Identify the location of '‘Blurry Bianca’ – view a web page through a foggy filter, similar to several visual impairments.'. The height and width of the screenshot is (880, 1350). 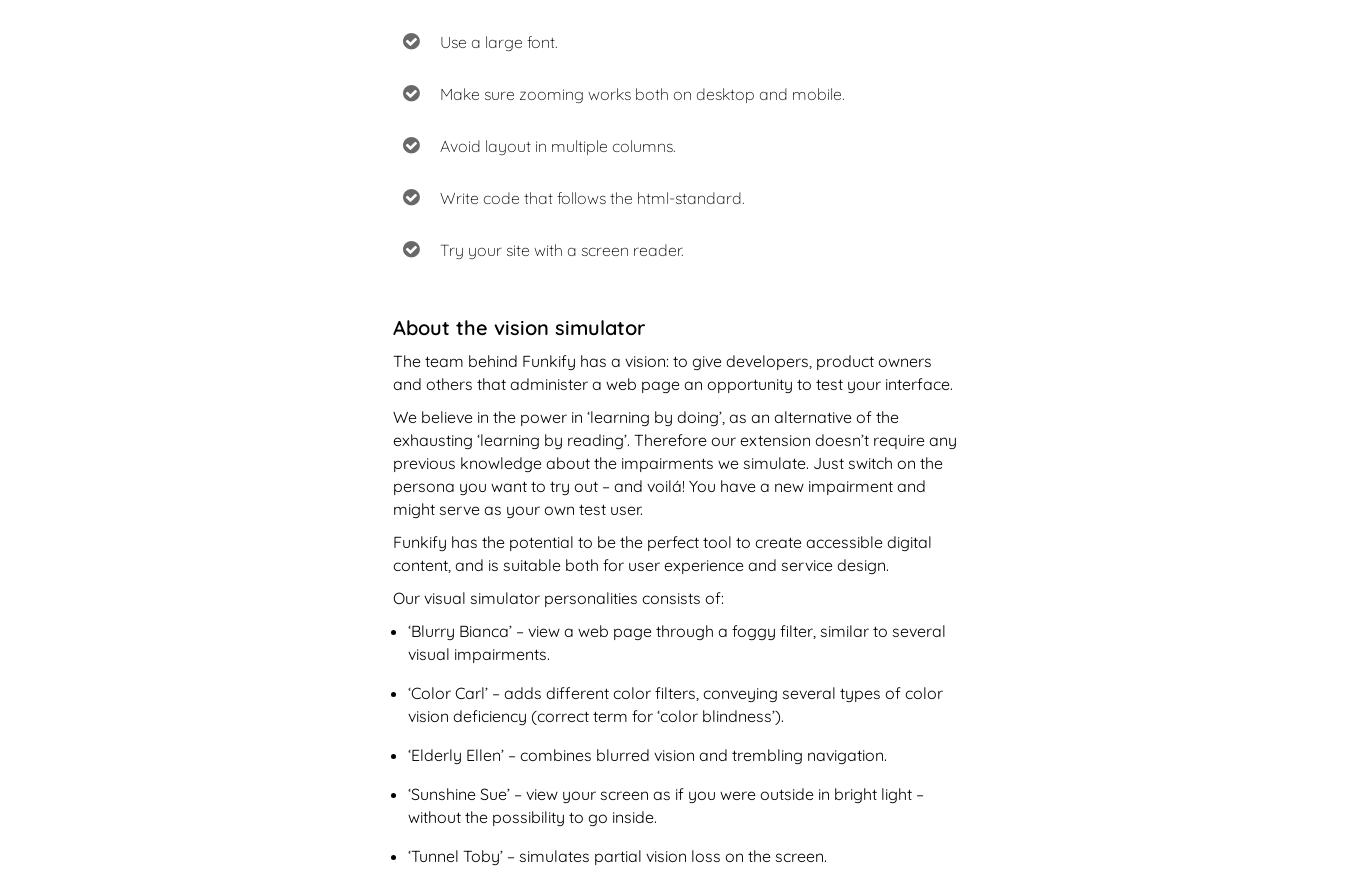
(675, 641).